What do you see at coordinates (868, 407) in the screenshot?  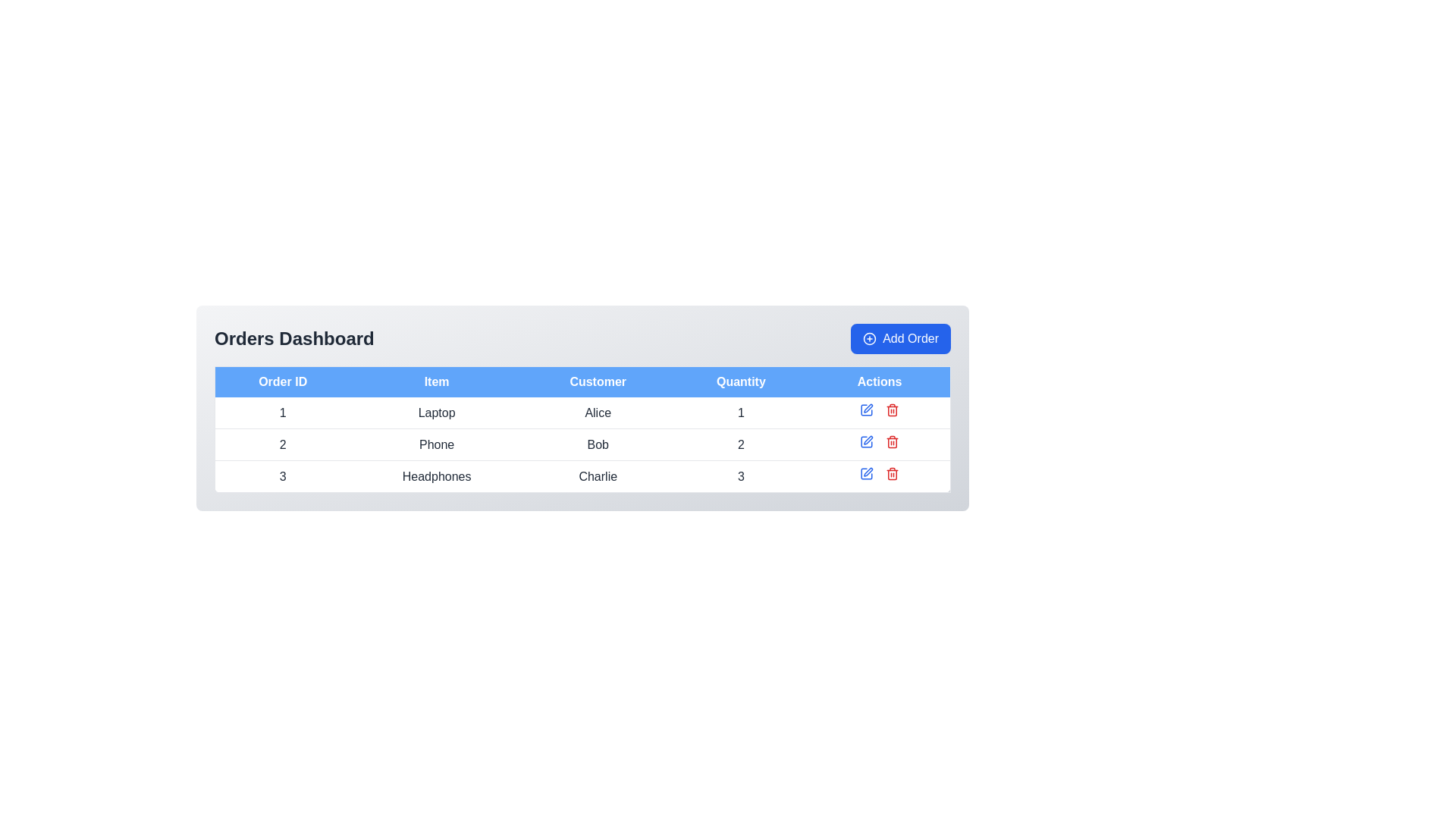 I see `the edit icon located in the 'Actions' column for the 'Phone' item, which resembles a pen writing on a square, to trigger a tooltip or visual feedback` at bounding box center [868, 407].